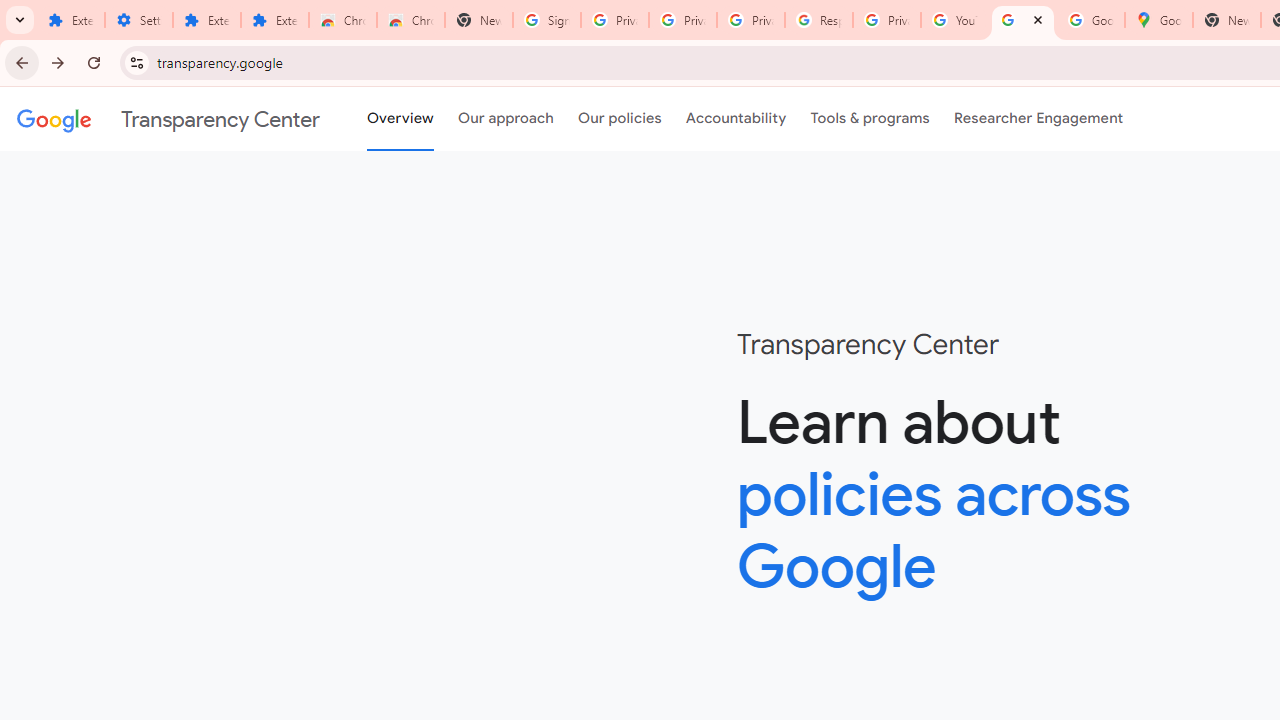 Image resolution: width=1280 pixels, height=720 pixels. Describe the element at coordinates (168, 119) in the screenshot. I see `'Transparency Center'` at that location.